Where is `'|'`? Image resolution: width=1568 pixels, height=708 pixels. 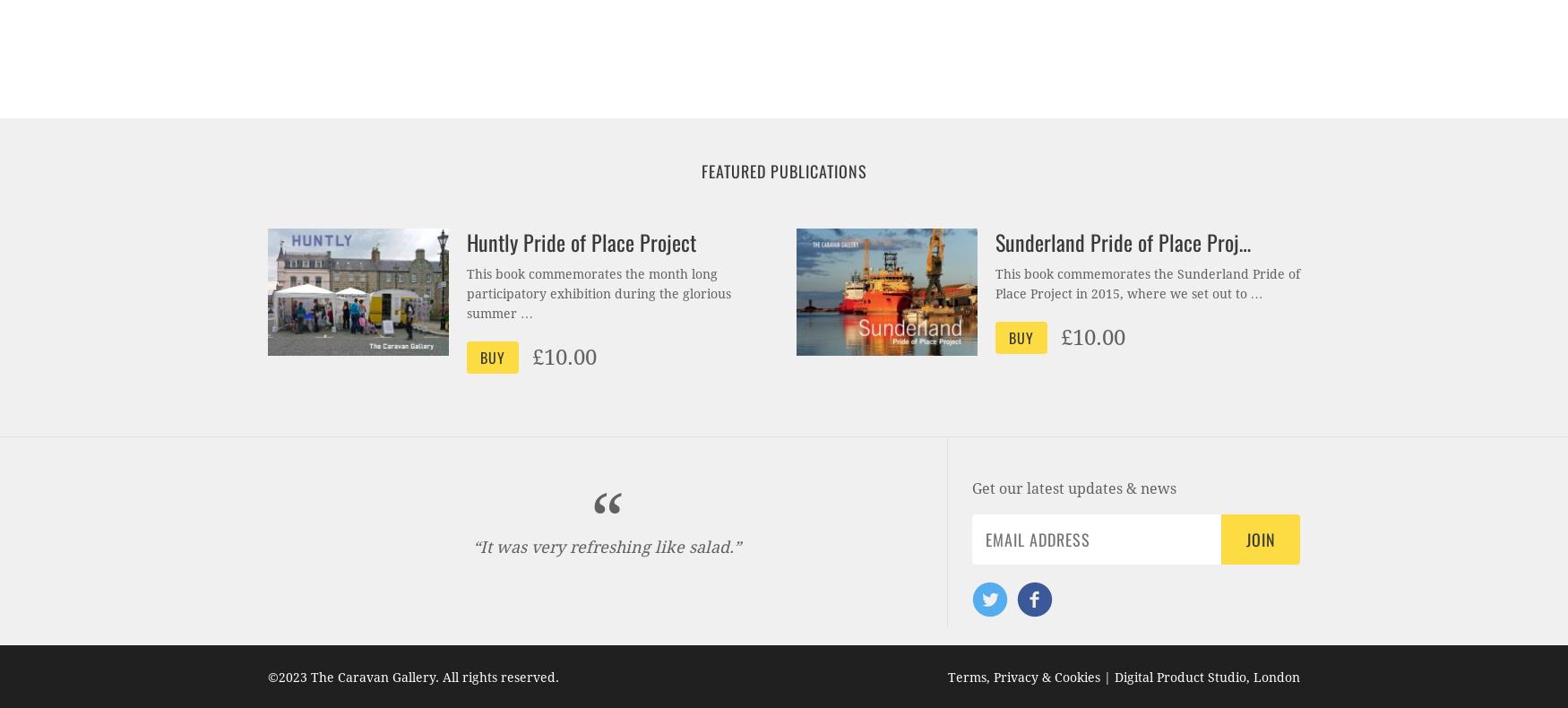
'|' is located at coordinates (1104, 678).